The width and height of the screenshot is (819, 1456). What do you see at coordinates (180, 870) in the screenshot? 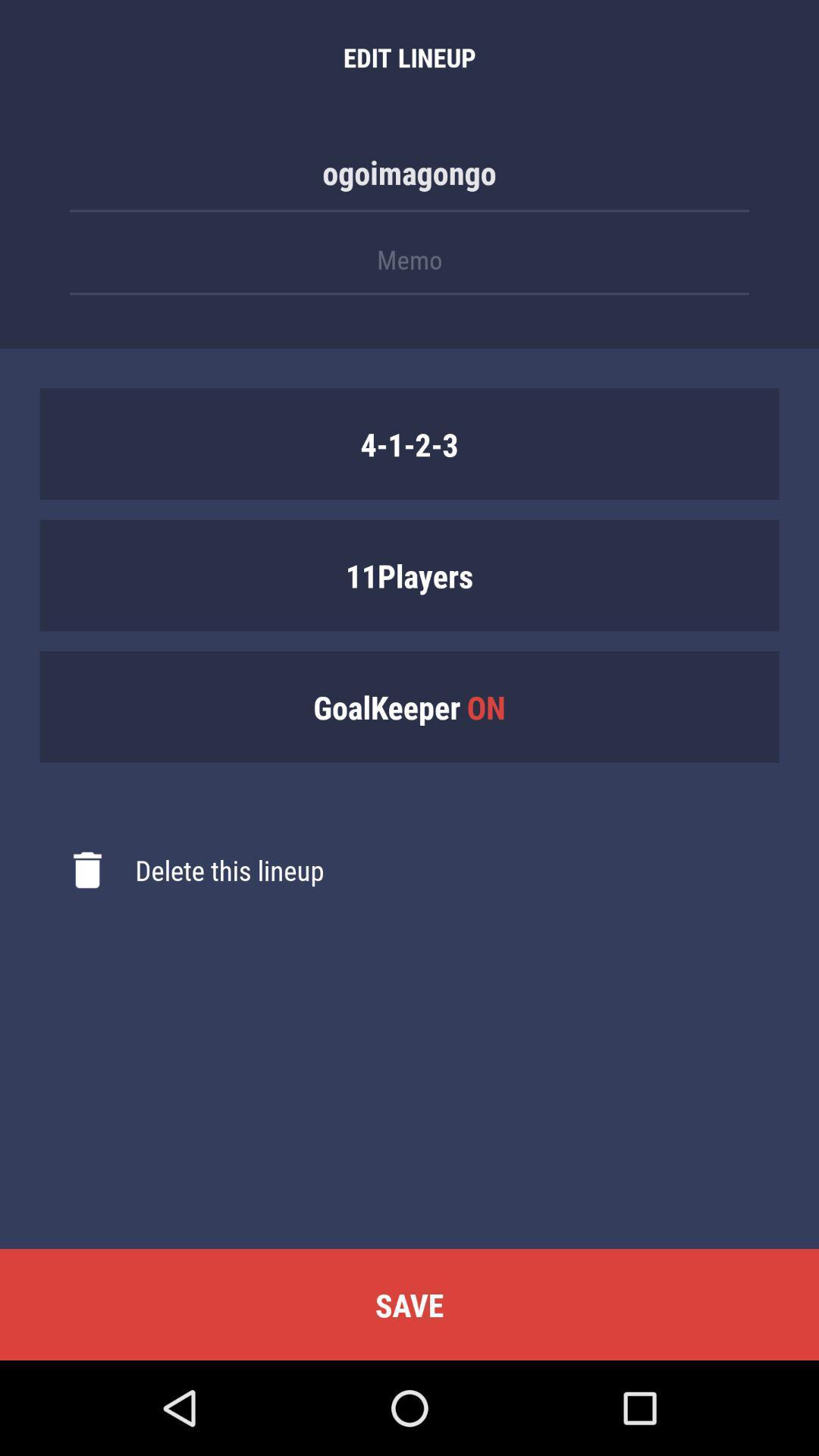
I see `icon above save icon` at bounding box center [180, 870].